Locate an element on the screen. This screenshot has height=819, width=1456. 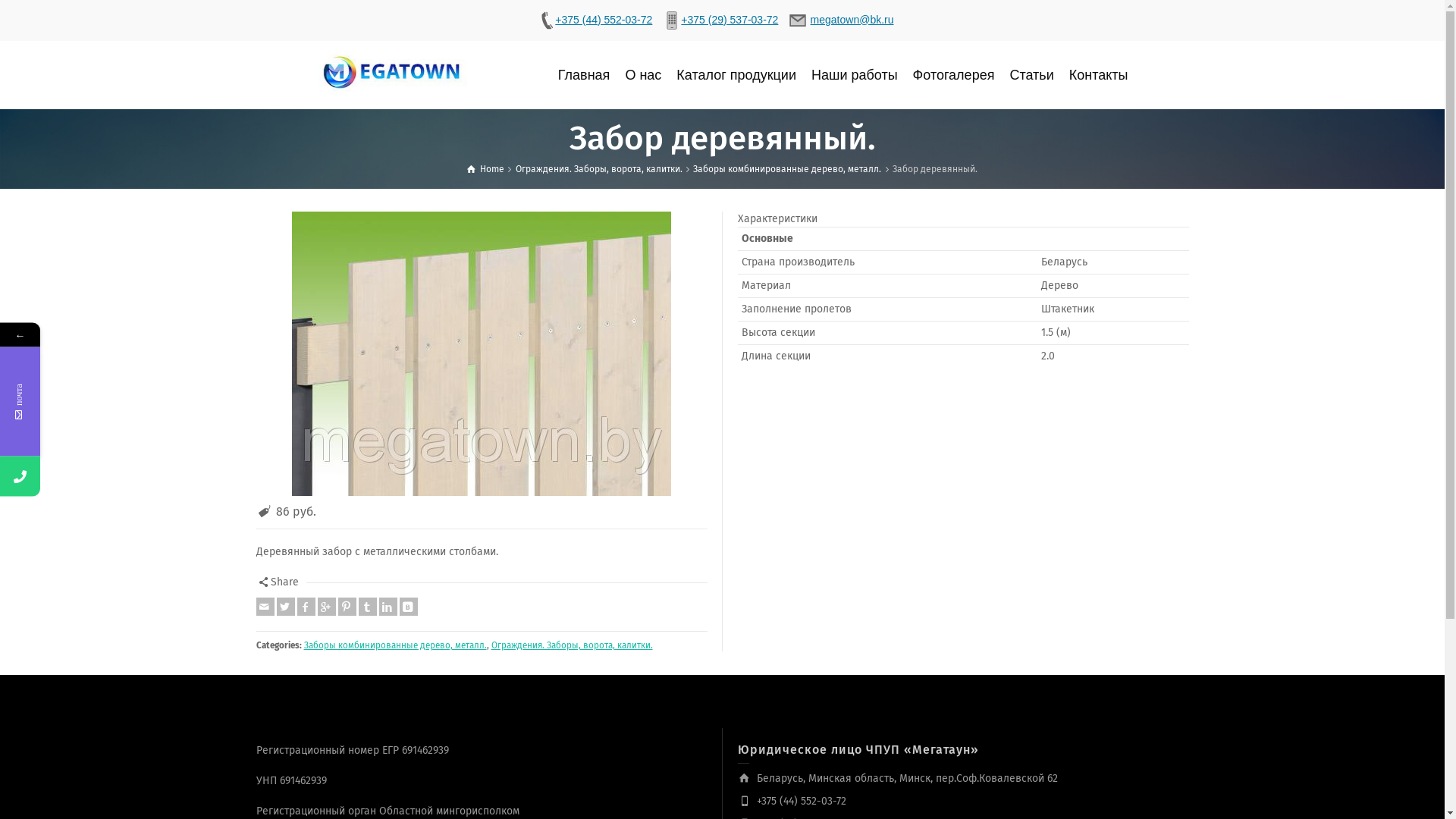
'Linkedin' is located at coordinates (388, 605).